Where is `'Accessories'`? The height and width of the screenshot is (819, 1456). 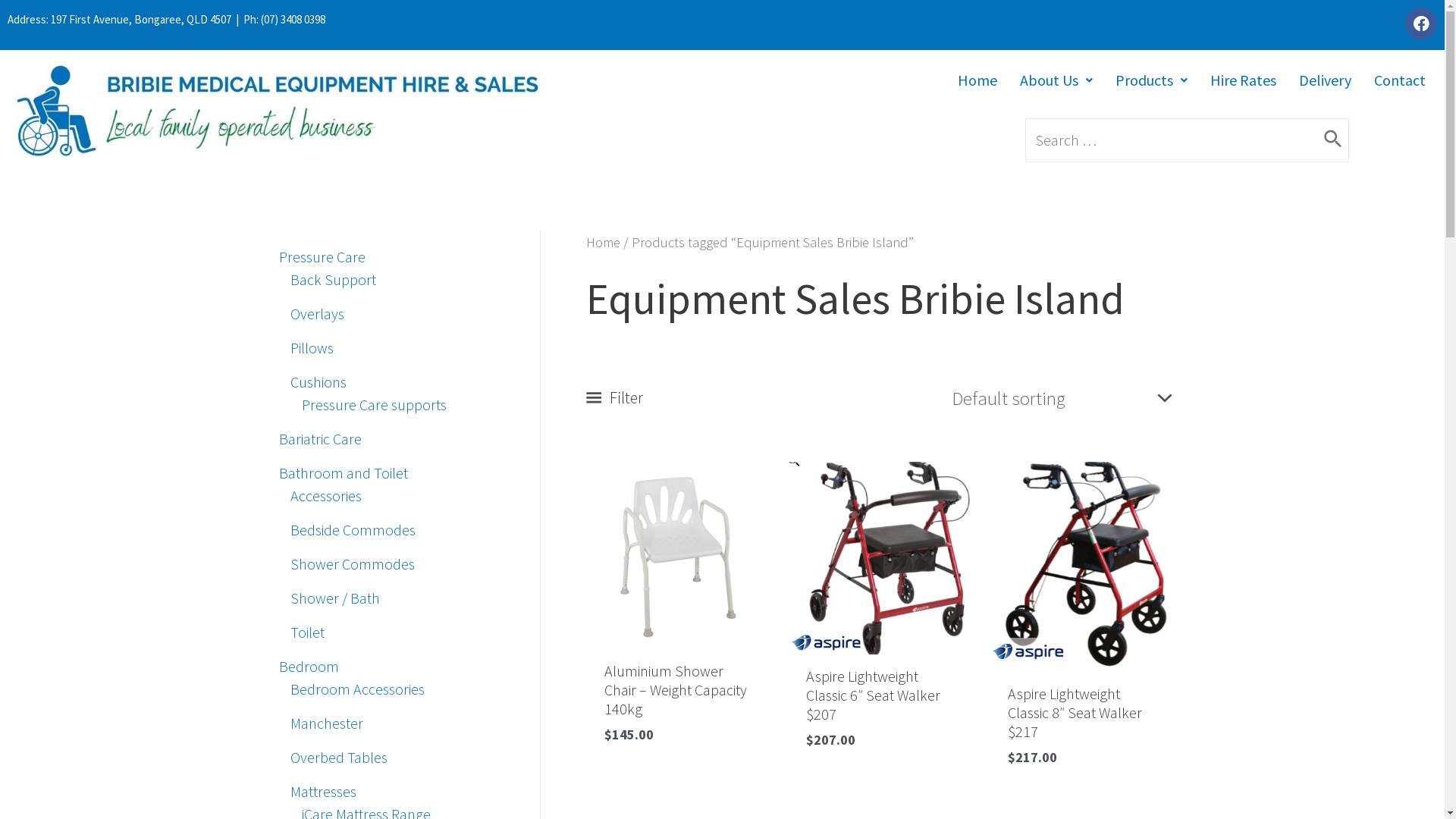
'Accessories' is located at coordinates (290, 495).